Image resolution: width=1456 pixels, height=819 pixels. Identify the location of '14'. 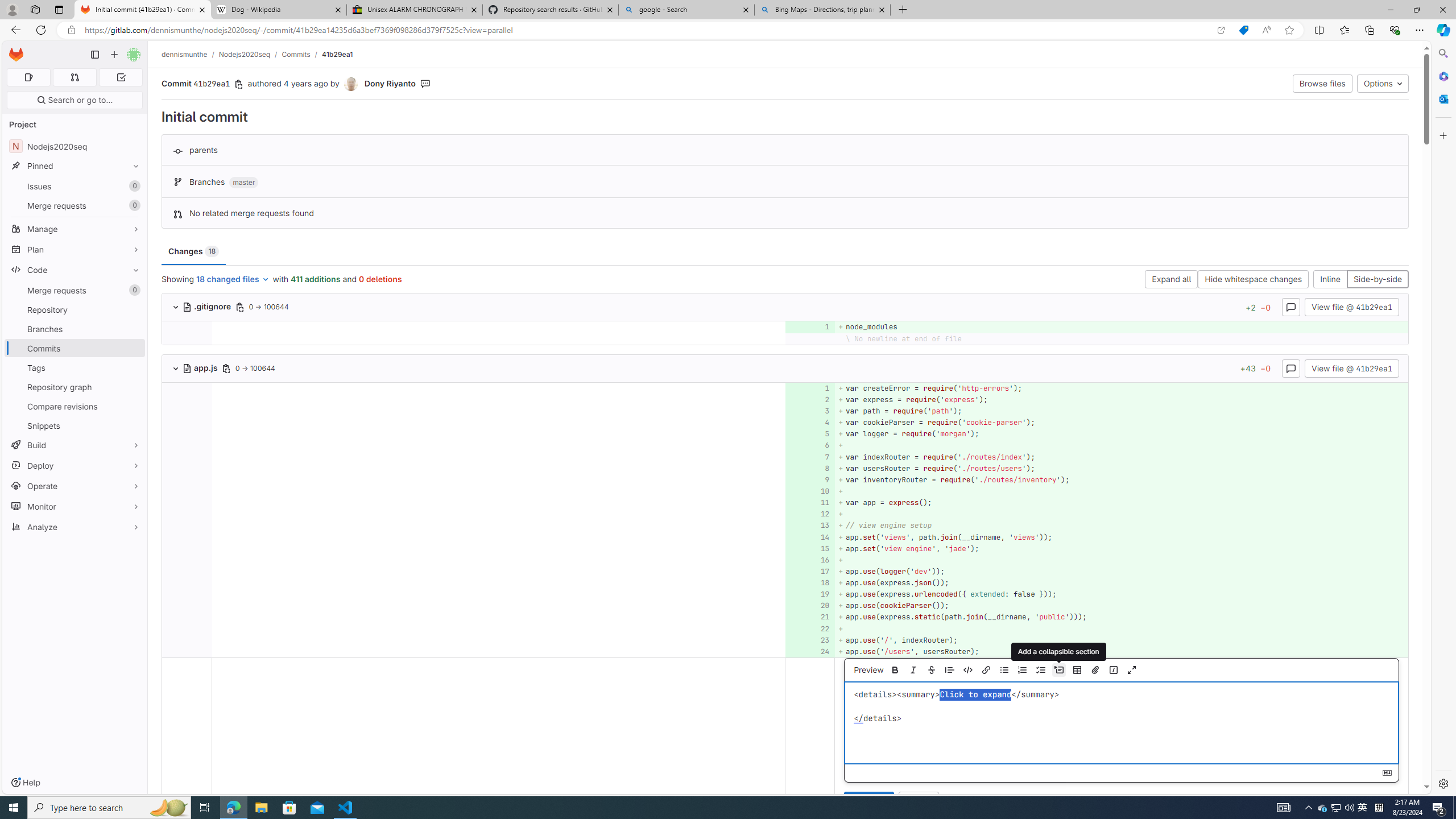
(809, 536).